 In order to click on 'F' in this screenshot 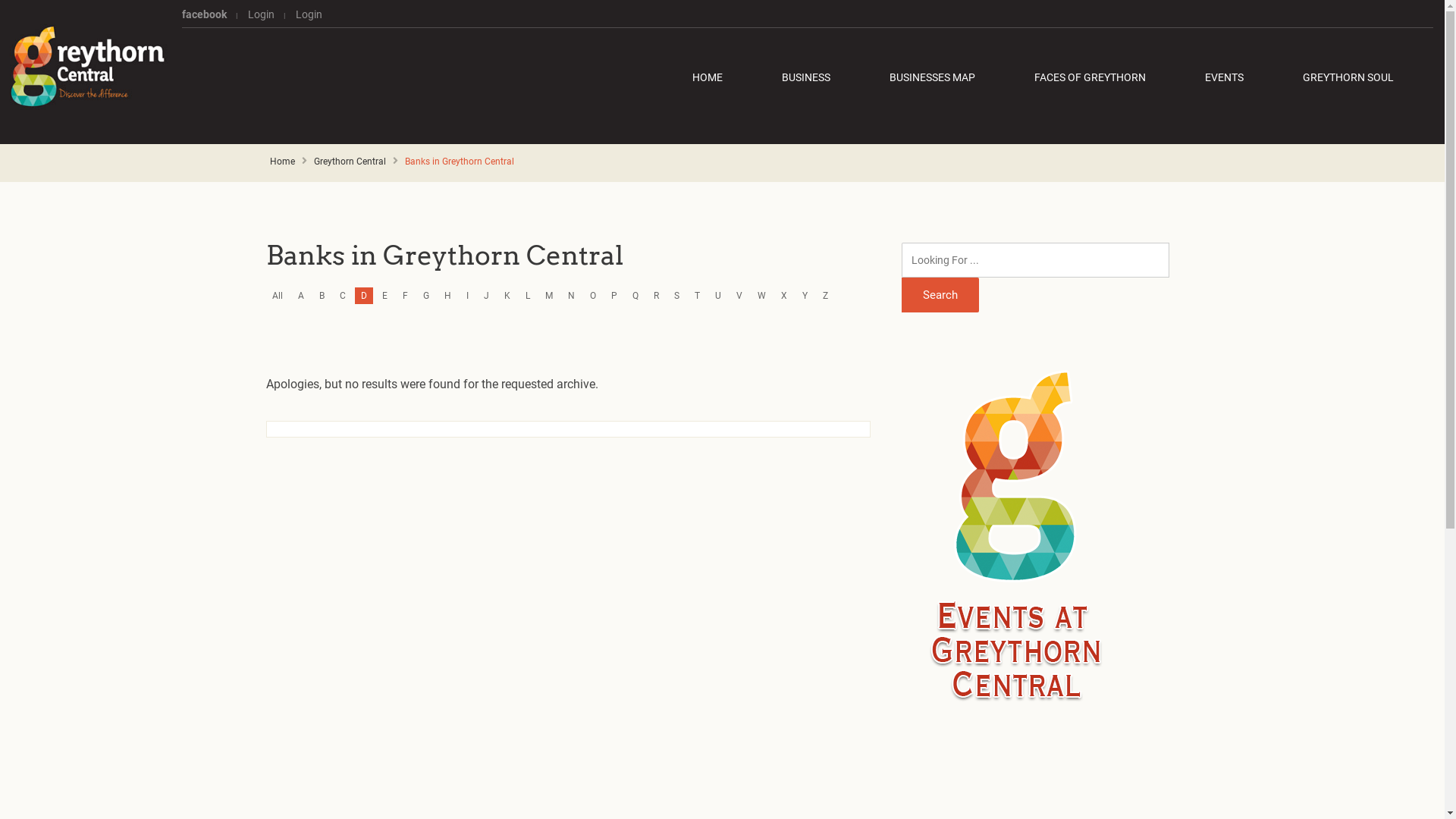, I will do `click(405, 295)`.